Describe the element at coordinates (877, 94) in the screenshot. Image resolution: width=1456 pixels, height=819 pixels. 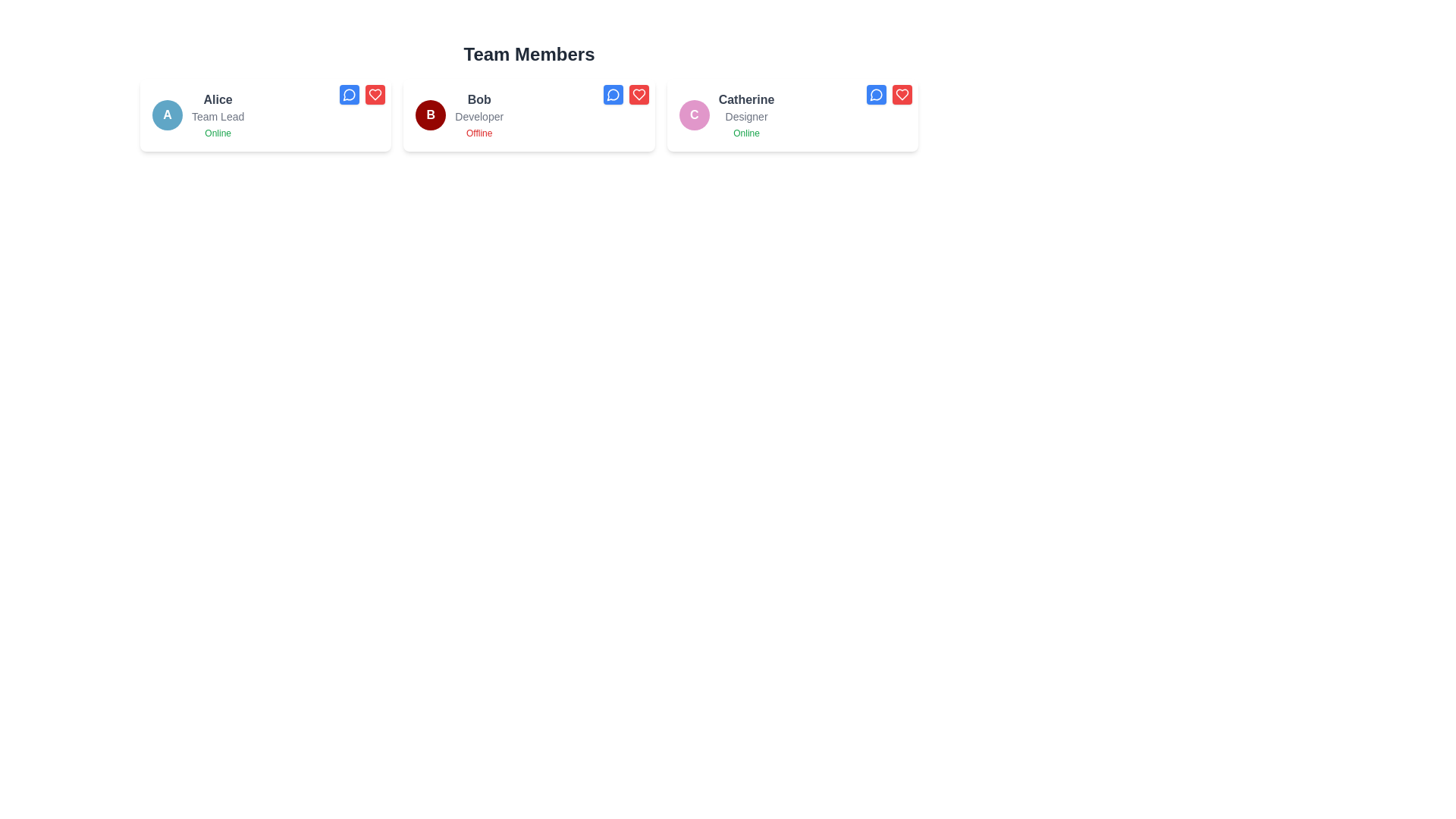
I see `the chat button located in the top-right corner of Catherine's information card to initiate a chat` at that location.